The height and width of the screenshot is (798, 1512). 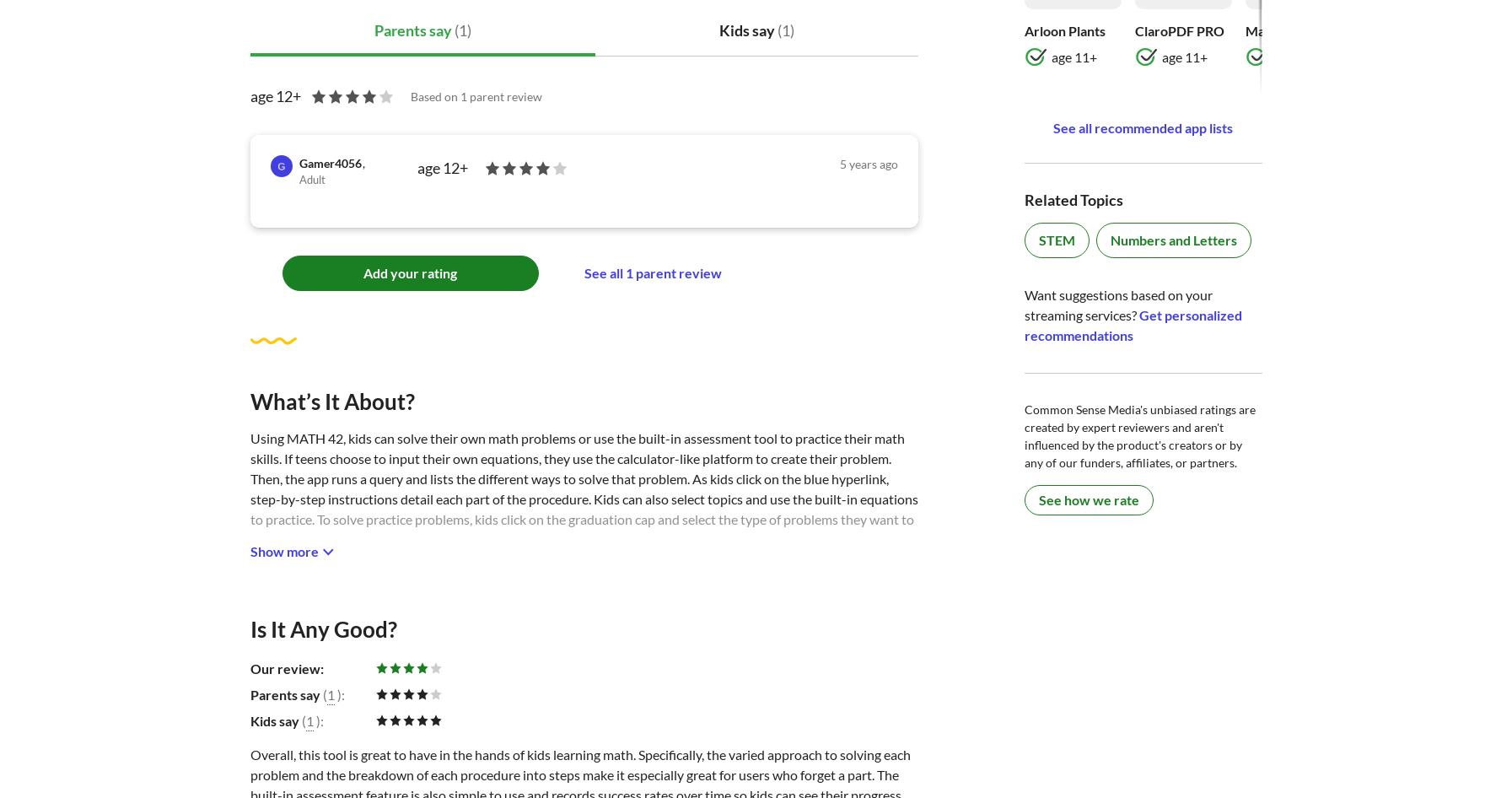 What do you see at coordinates (249, 551) in the screenshot?
I see `'Show more'` at bounding box center [249, 551].